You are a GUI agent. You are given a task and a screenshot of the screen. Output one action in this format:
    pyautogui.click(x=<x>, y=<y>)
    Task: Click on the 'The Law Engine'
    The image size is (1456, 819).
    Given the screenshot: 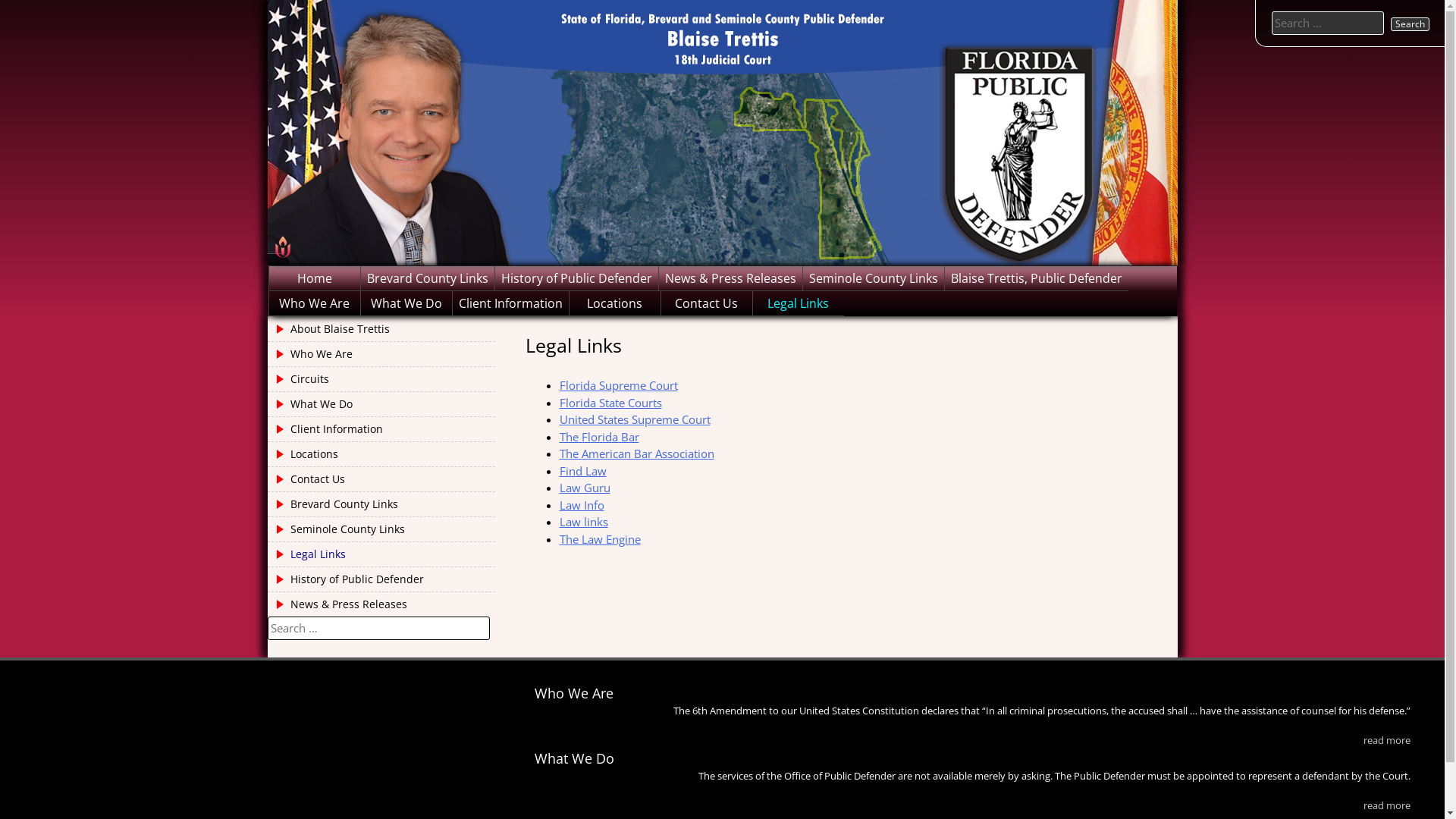 What is the action you would take?
    pyautogui.click(x=559, y=537)
    